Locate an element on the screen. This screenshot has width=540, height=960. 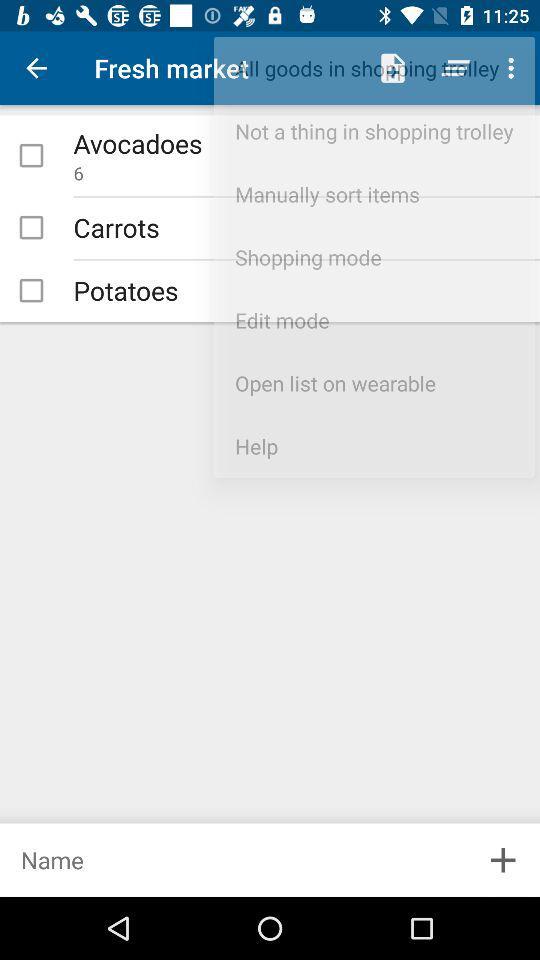
potatoes is located at coordinates (30, 289).